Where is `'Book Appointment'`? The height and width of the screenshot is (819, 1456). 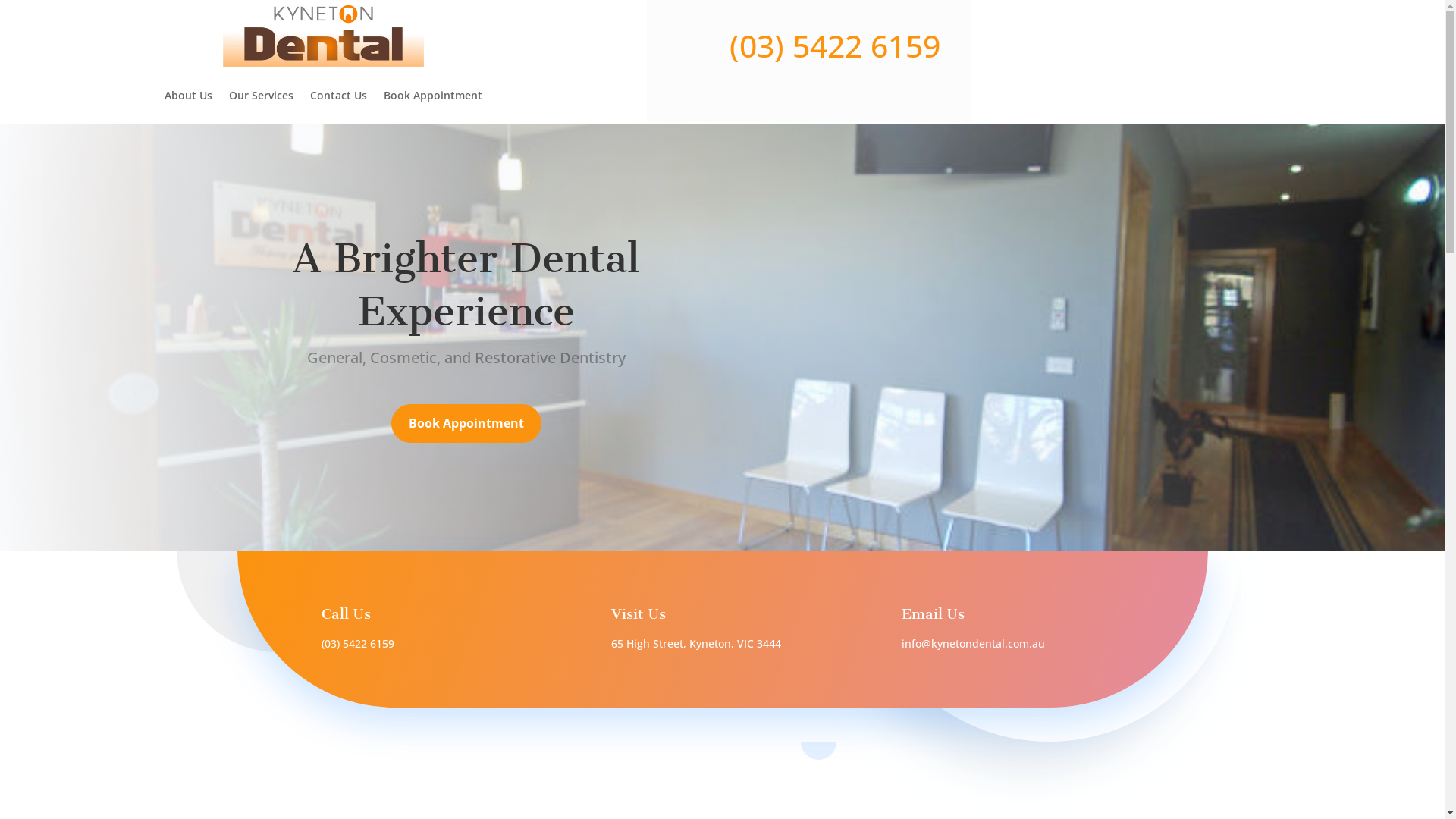 'Book Appointment' is located at coordinates (432, 96).